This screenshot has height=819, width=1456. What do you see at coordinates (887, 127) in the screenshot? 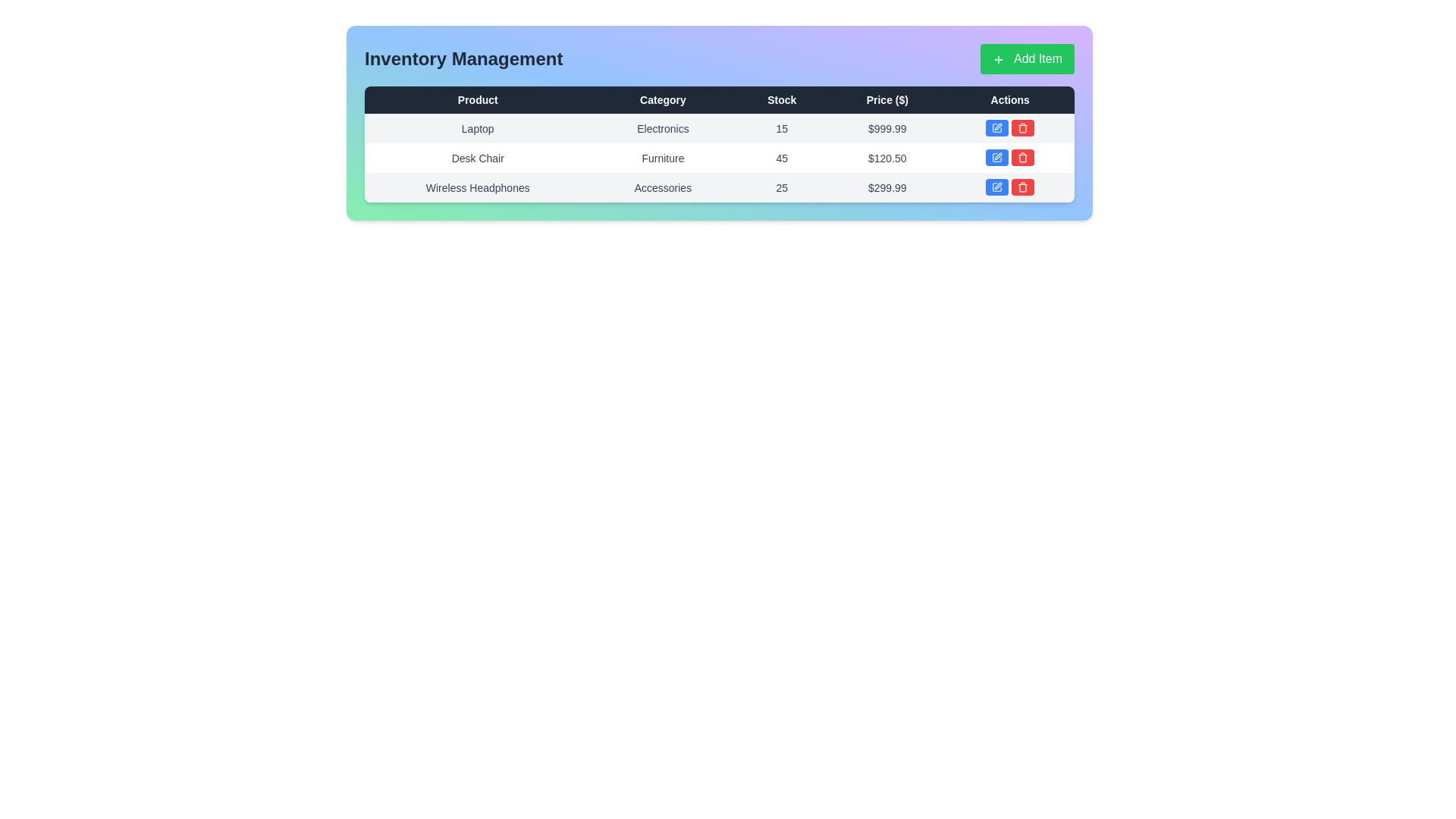
I see `price displayed in the Text Display Element showing '$999.99' in the 'Price ($)' column for the product 'Laptop'` at bounding box center [887, 127].